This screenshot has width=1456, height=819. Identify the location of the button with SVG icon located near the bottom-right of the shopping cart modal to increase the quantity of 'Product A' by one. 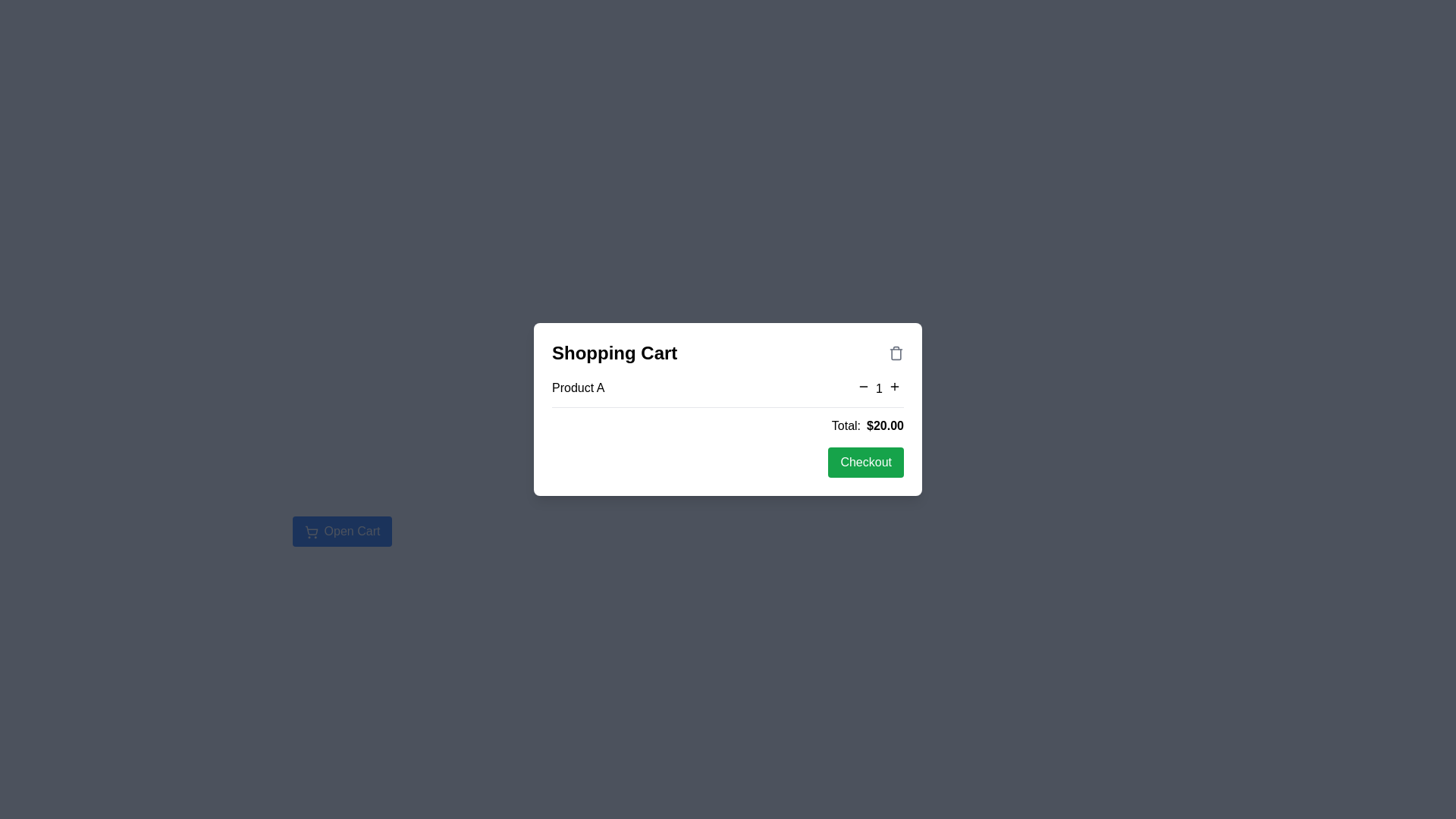
(895, 385).